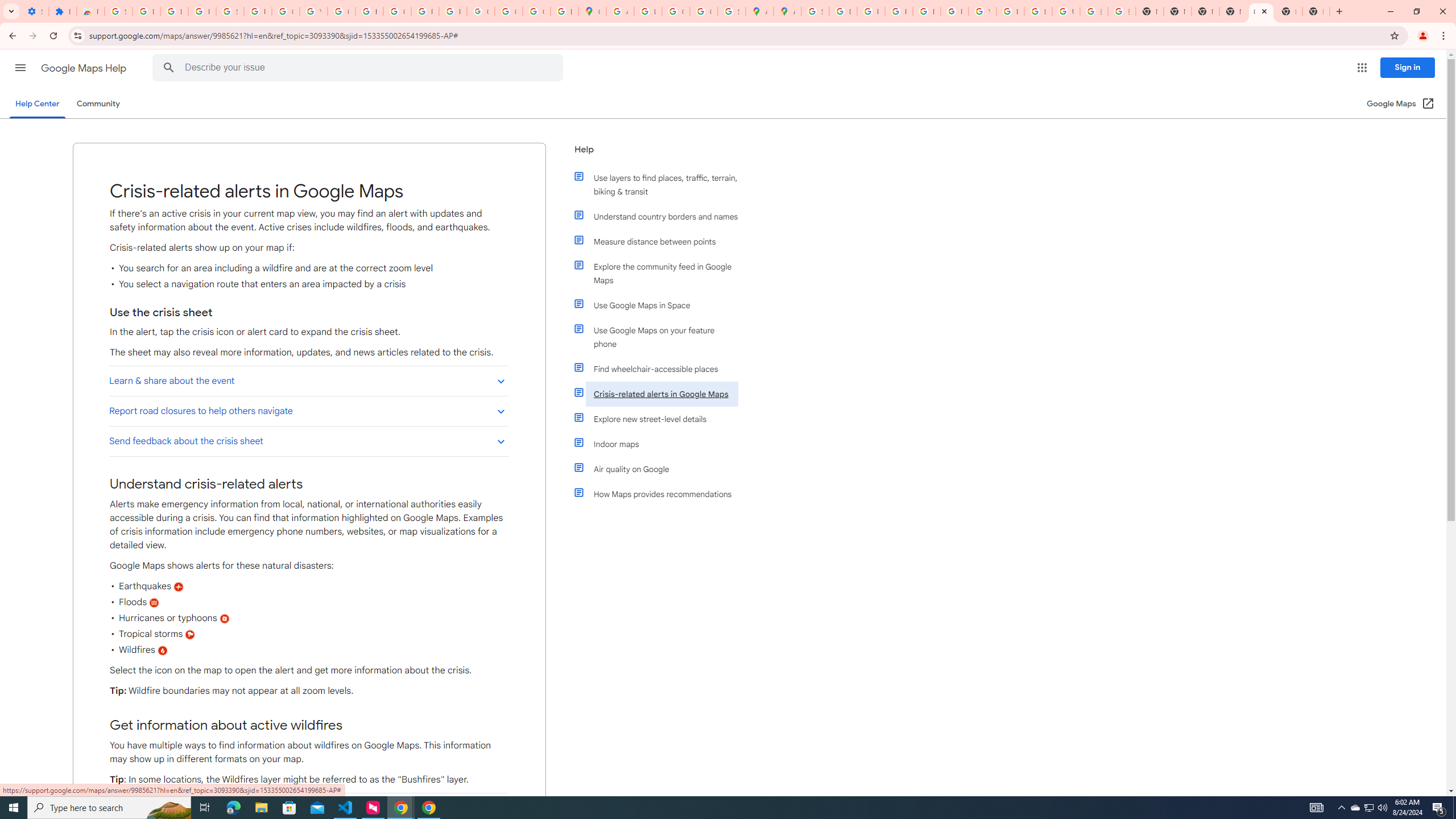 The height and width of the screenshot is (819, 1456). I want to click on 'Explore new street-level details', so click(661, 419).